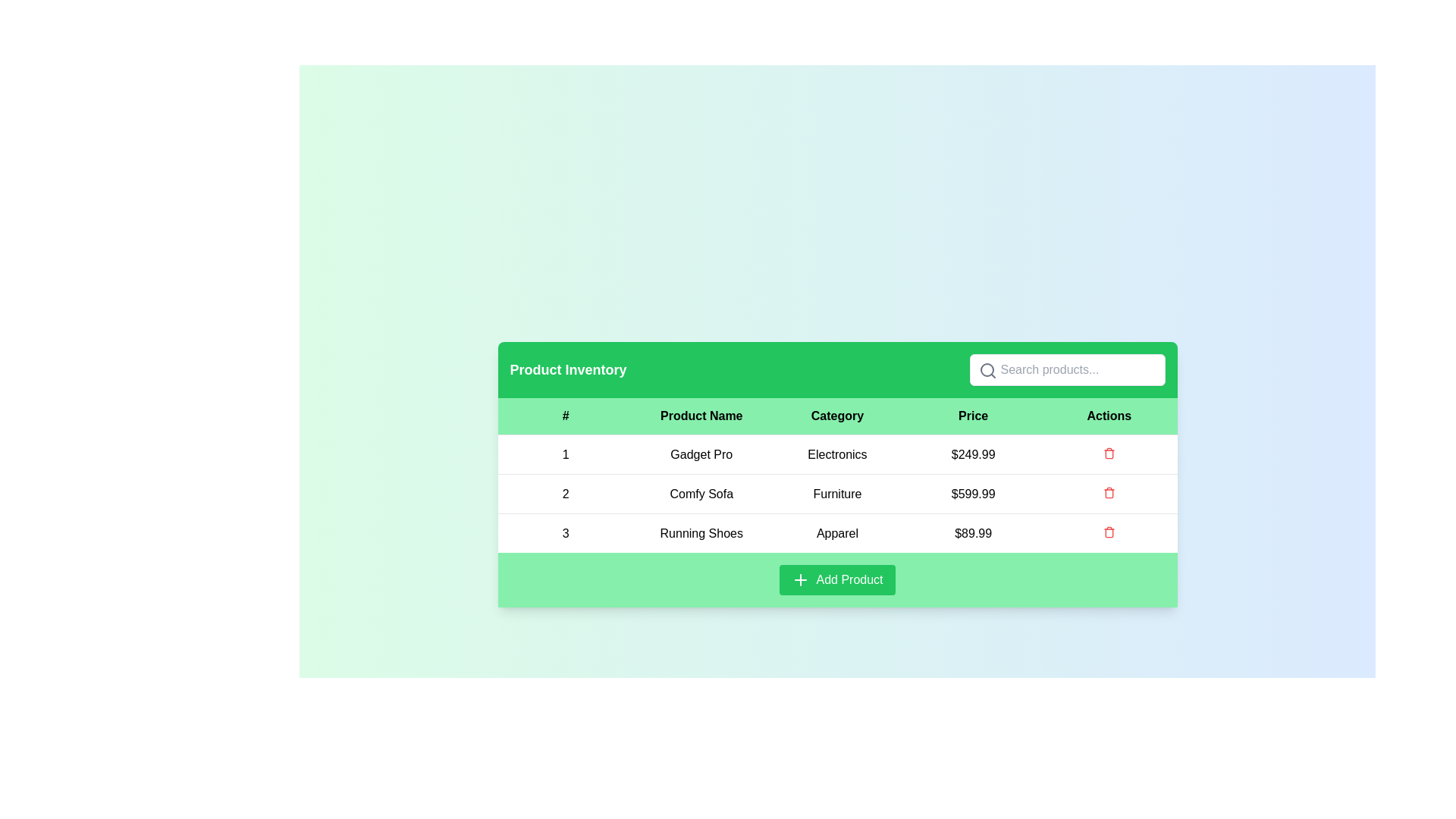 This screenshot has height=819, width=1456. Describe the element at coordinates (1109, 532) in the screenshot. I see `the delete button located in the bottom row of the 'Actions' column within the table` at that location.